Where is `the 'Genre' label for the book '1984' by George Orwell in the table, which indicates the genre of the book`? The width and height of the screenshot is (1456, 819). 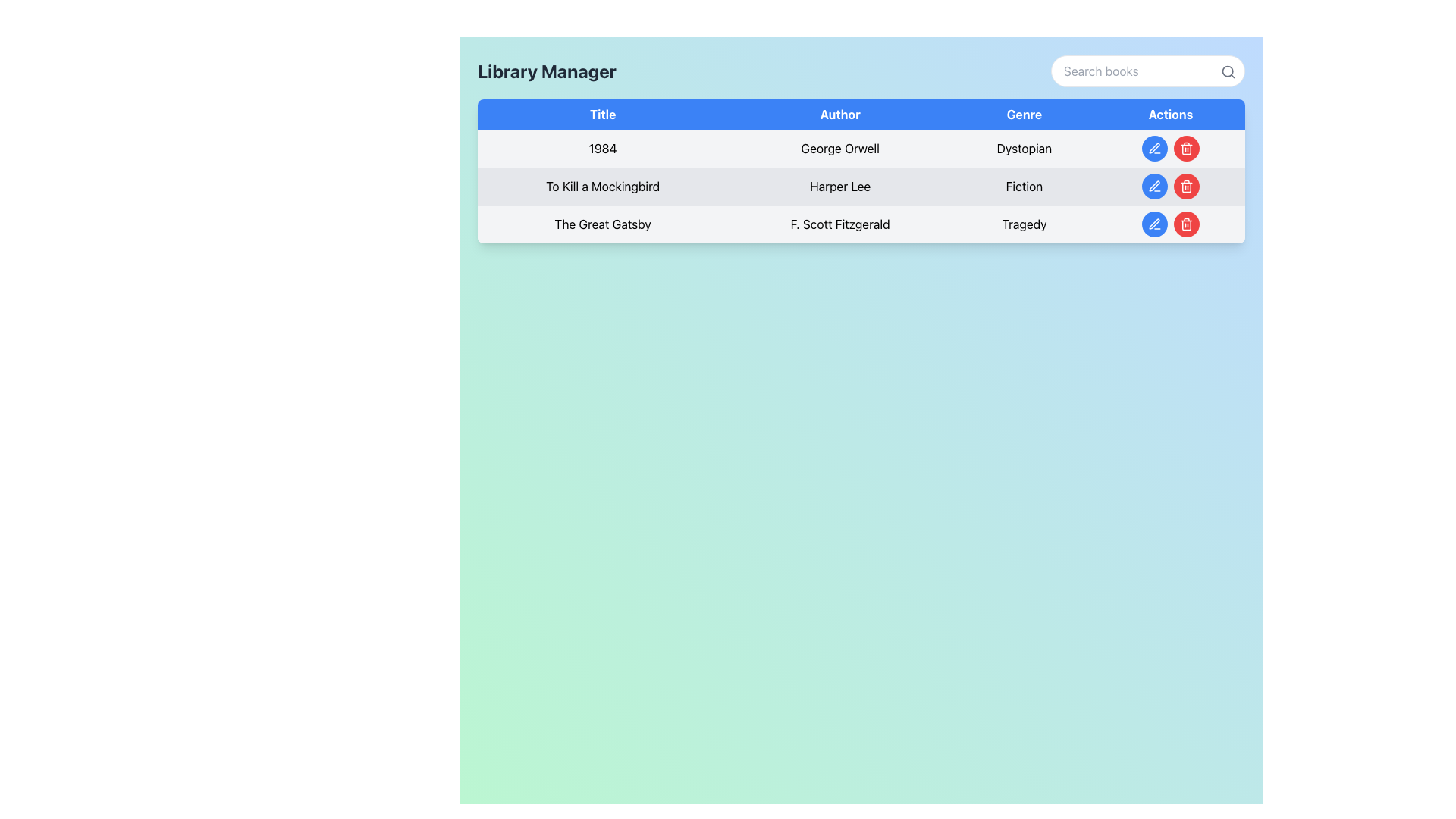
the 'Genre' label for the book '1984' by George Orwell in the table, which indicates the genre of the book is located at coordinates (1024, 149).